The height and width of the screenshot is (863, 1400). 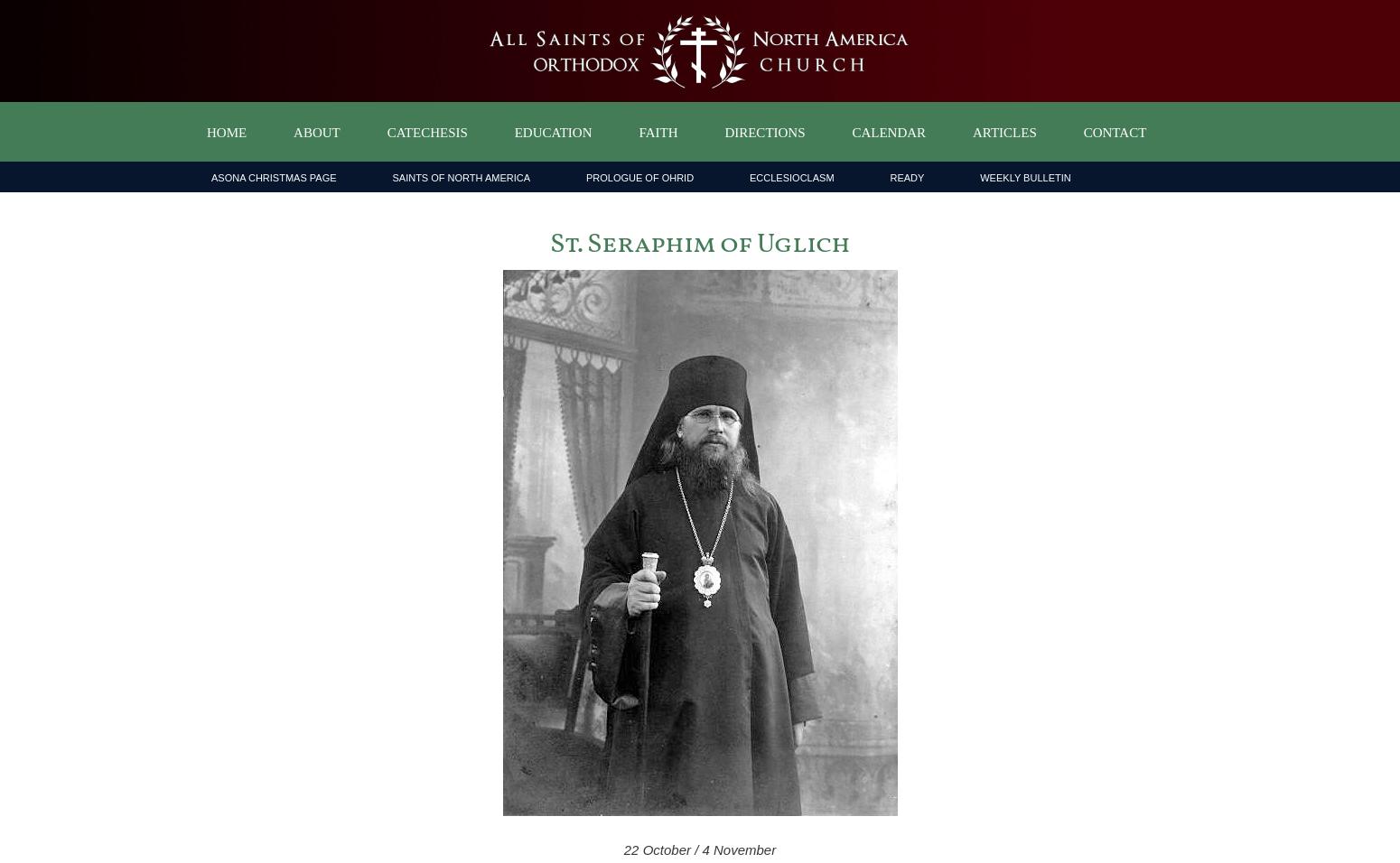 I want to click on 'ASONA Christmas Page', so click(x=274, y=178).